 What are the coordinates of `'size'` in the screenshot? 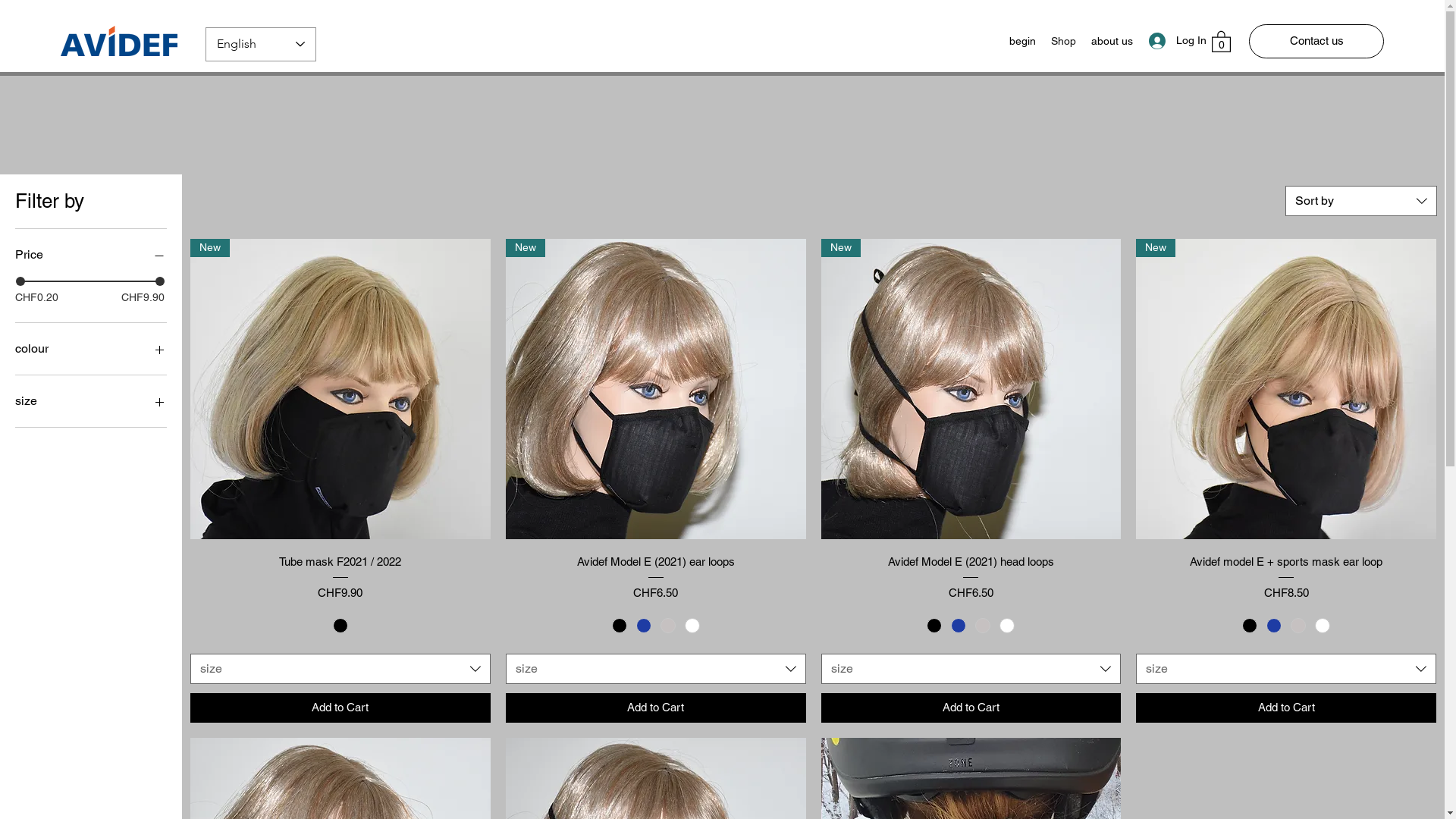 It's located at (90, 400).